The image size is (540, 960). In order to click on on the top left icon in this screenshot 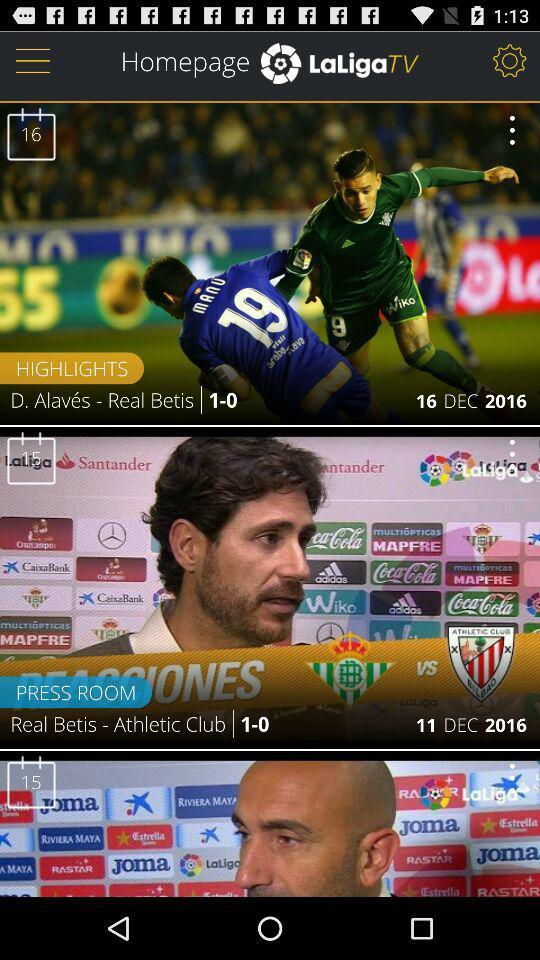, I will do `click(31, 59)`.